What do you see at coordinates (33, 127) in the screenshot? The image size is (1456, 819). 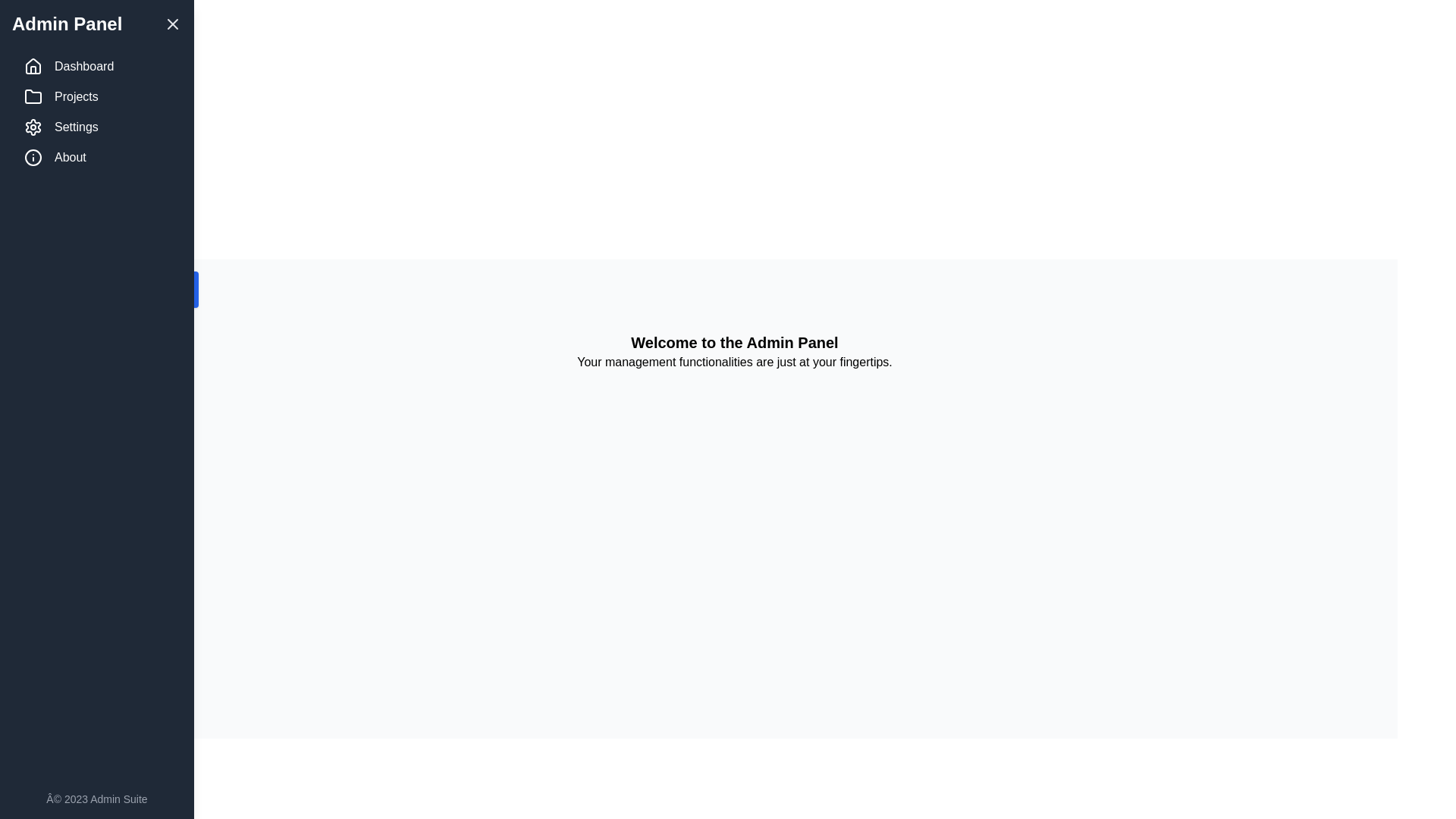 I see `the Settings icon located in the navigation menu of the Admin Panel` at bounding box center [33, 127].